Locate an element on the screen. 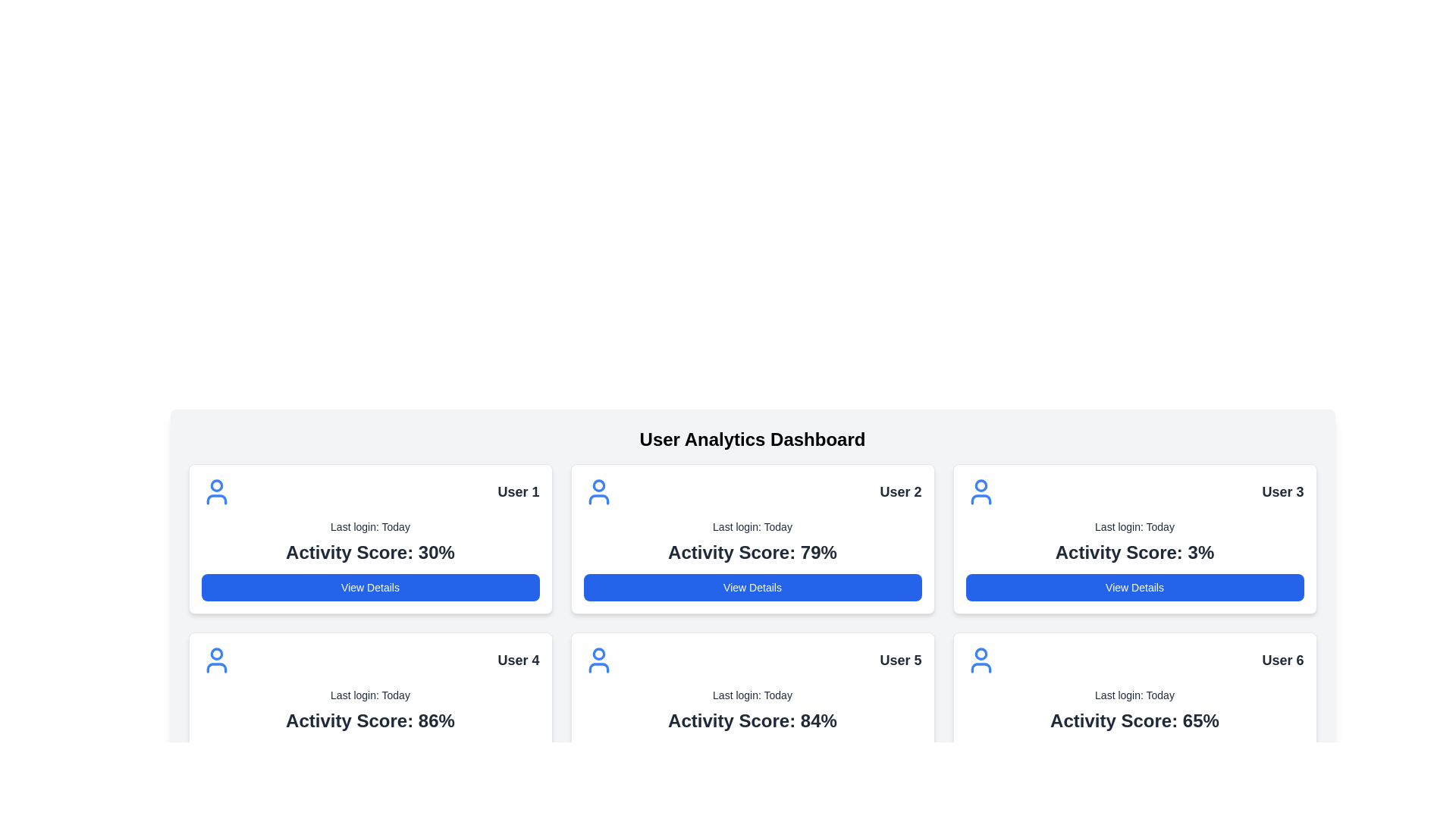 The height and width of the screenshot is (819, 1456). text content of the 'User 5' label, which is located on the bottom row, second card from the left in the user analytics dashboard is located at coordinates (900, 660).